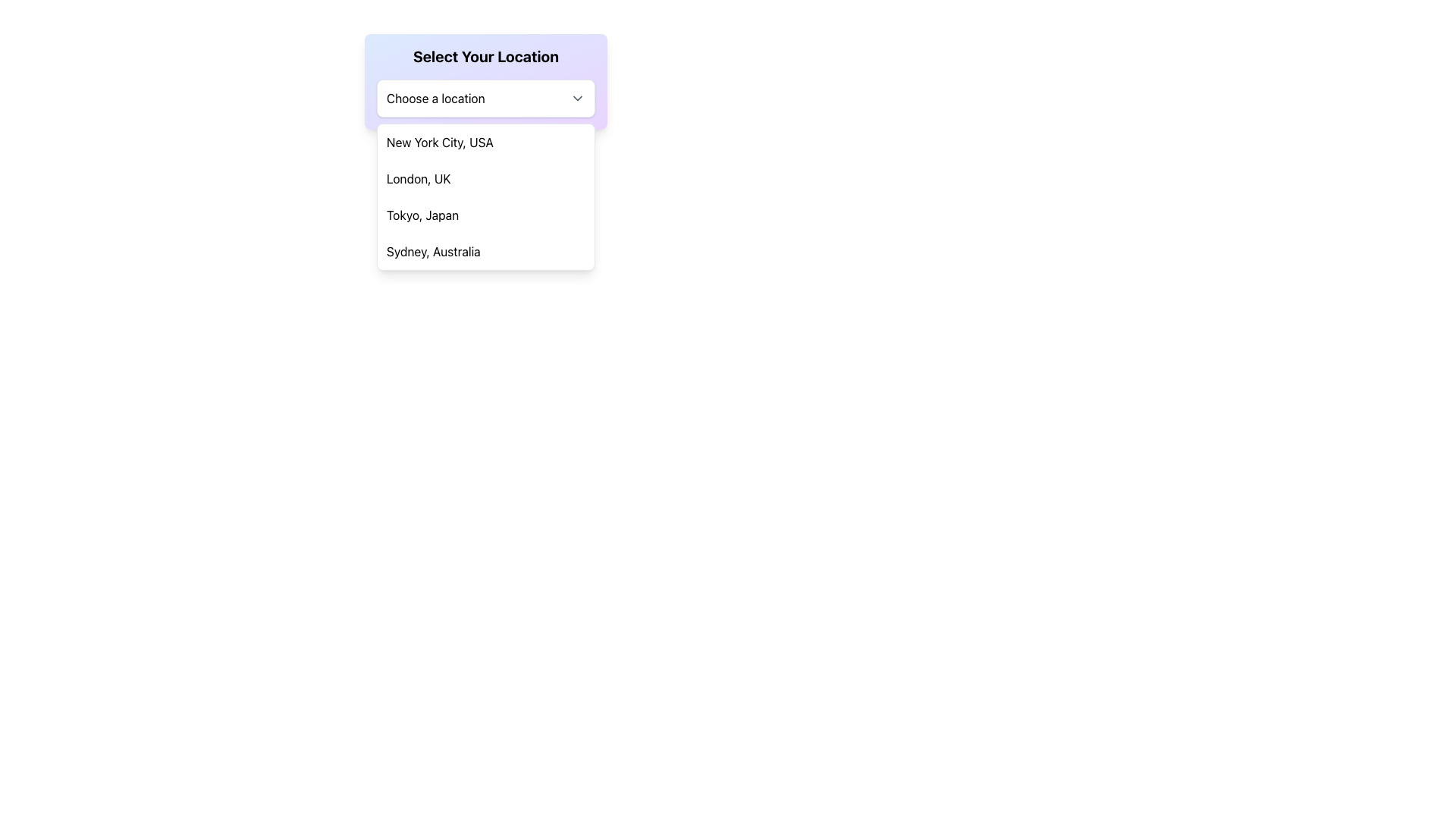 The width and height of the screenshot is (1456, 819). What do you see at coordinates (486, 250) in the screenshot?
I see `the fourth item in the dropdown menu representing 'Sydney, Australia'` at bounding box center [486, 250].